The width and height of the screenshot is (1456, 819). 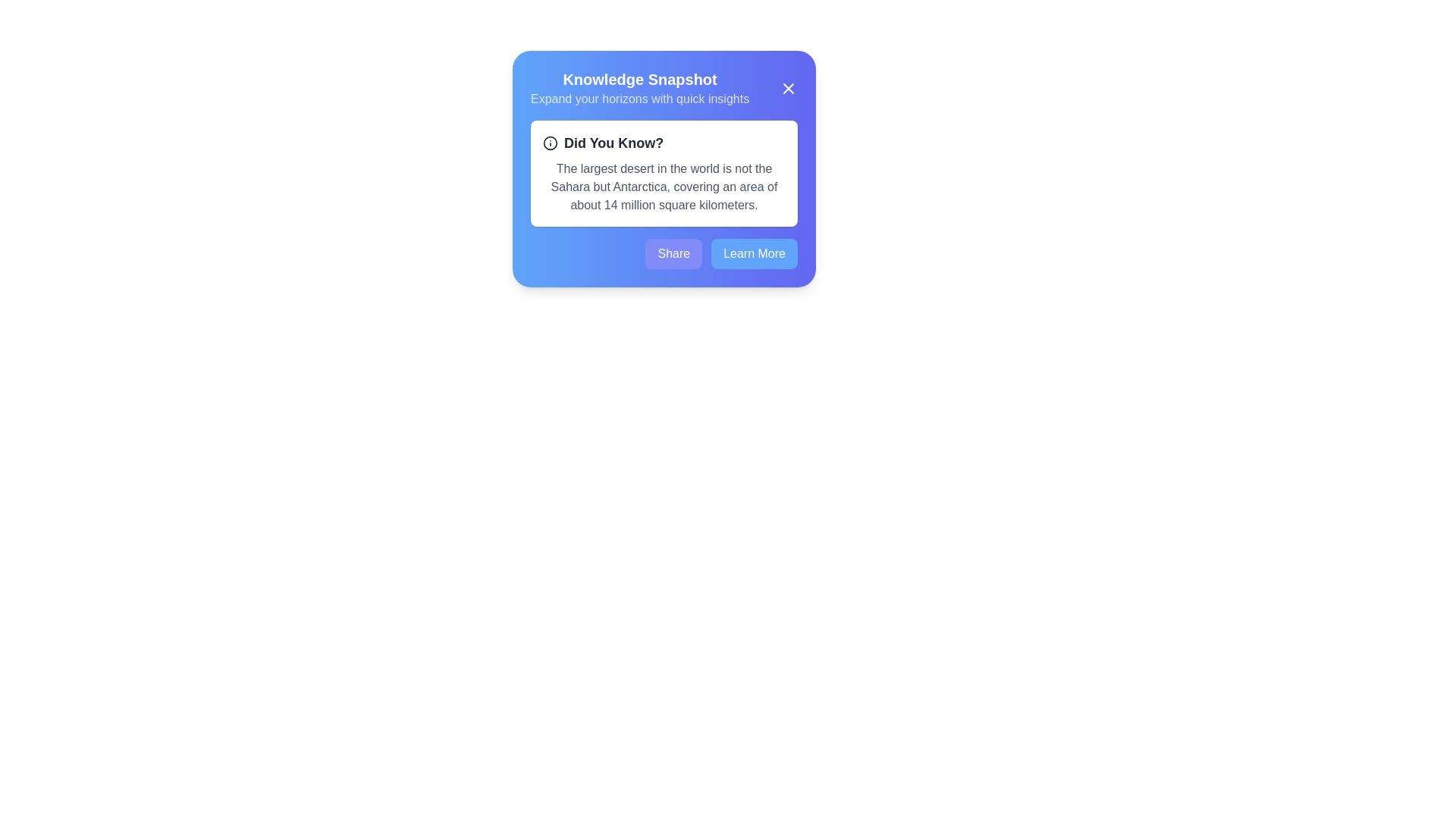 I want to click on the text block that reads 'Expand your horizons with quick insights', which is styled with a semi-transparent white color and positioned within a blue gradient background, located directly beneath the heading 'Knowledge Snapshot', so click(x=640, y=99).